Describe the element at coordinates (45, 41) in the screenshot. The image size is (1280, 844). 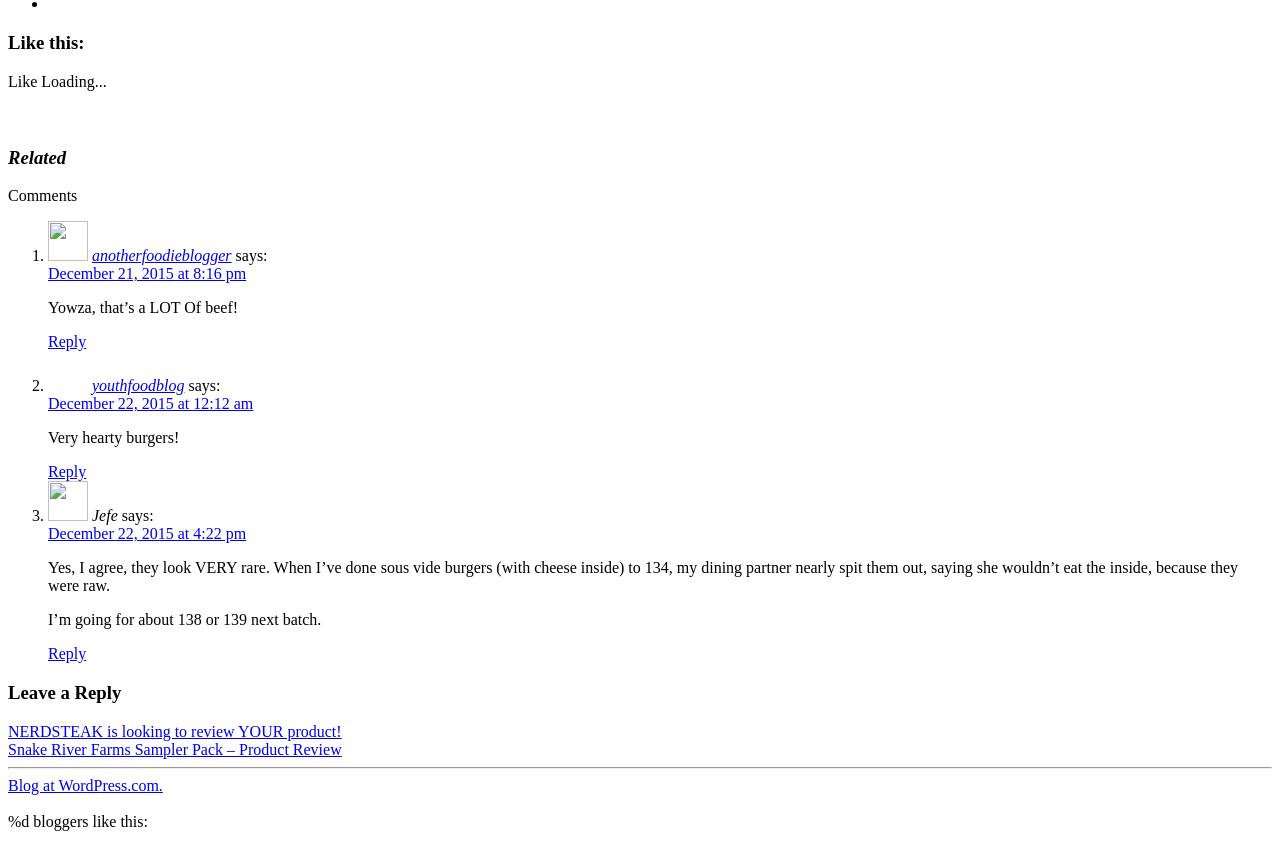
I see `'Like this:'` at that location.